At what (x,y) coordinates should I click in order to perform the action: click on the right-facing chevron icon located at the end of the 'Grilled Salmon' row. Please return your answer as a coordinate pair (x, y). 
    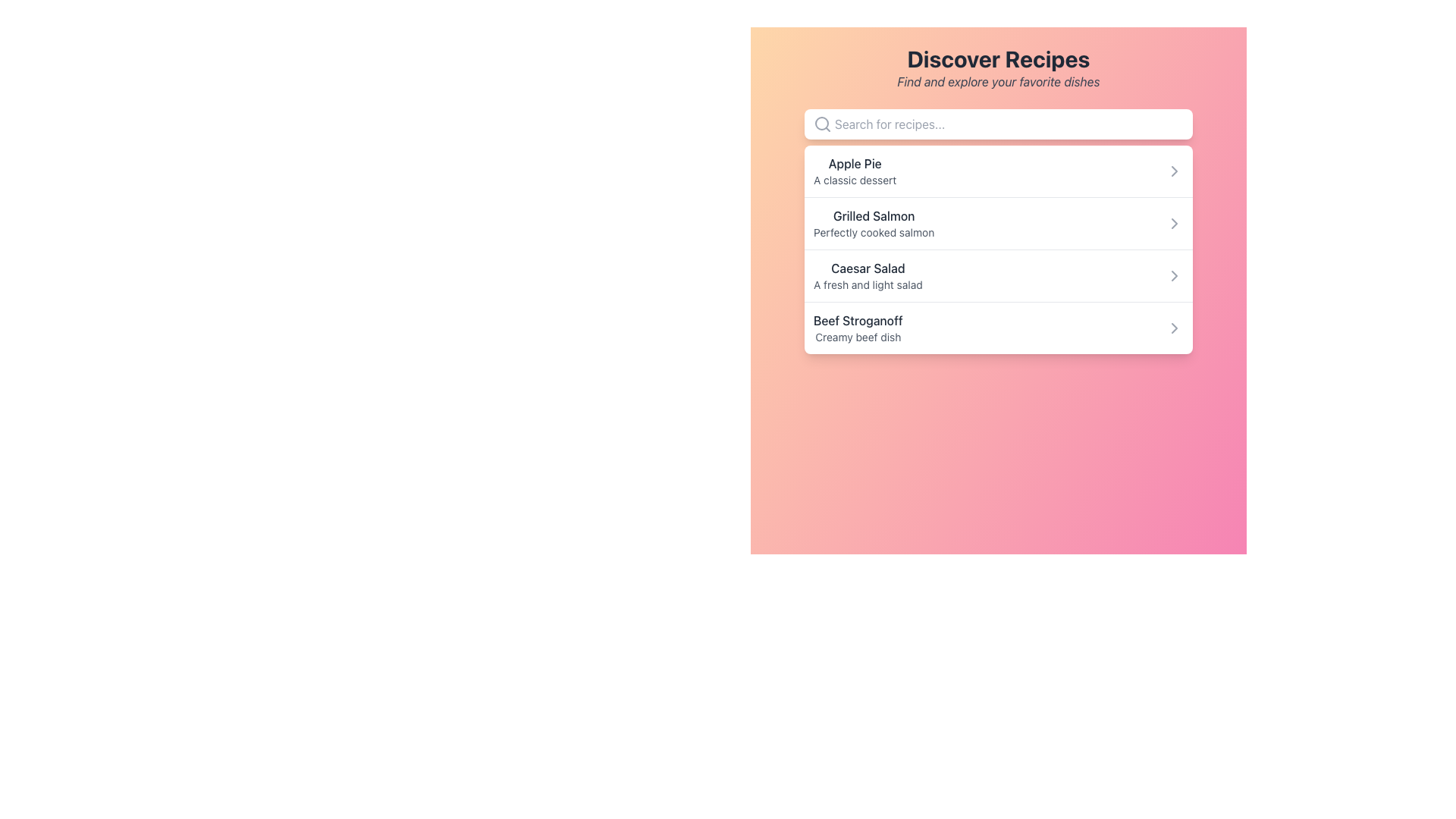
    Looking at the image, I should click on (1174, 223).